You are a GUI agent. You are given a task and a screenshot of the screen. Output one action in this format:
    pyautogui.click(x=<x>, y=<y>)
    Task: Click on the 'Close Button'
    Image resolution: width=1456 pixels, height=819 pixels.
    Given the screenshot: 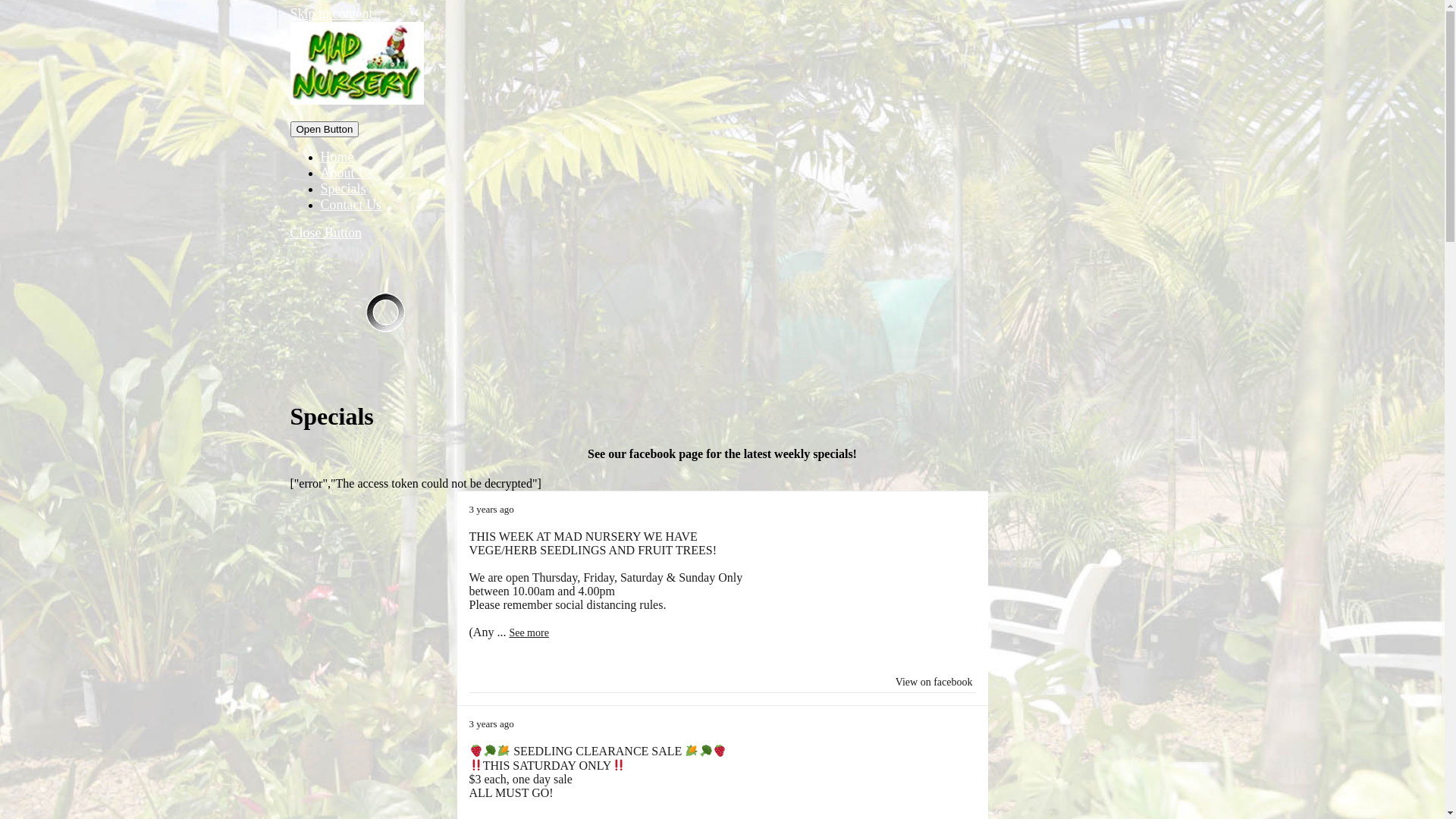 What is the action you would take?
    pyautogui.click(x=325, y=233)
    